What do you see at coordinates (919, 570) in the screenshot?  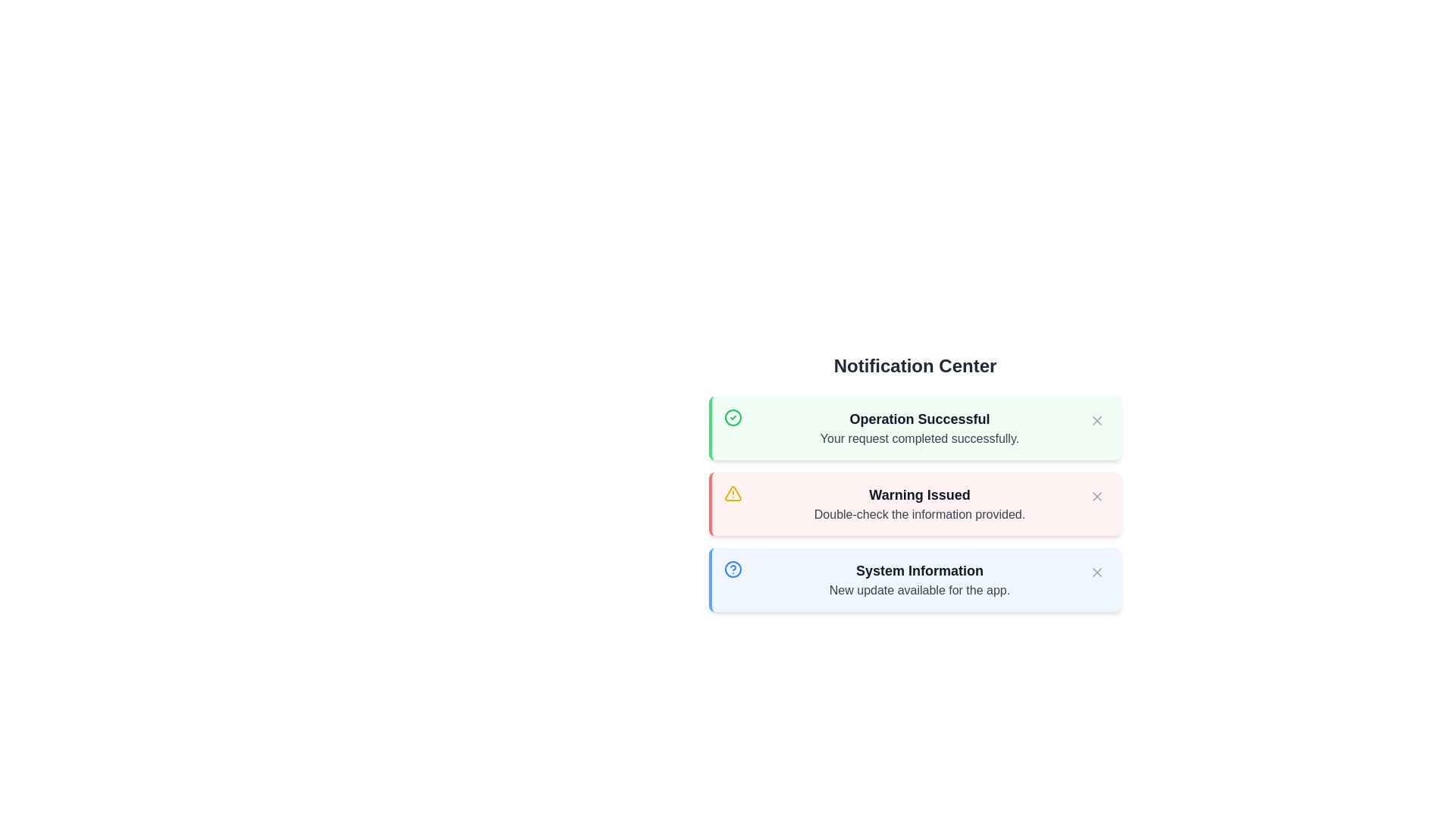 I see `the title text in the third card of the notification section that summarizes system-related notifications or updates` at bounding box center [919, 570].